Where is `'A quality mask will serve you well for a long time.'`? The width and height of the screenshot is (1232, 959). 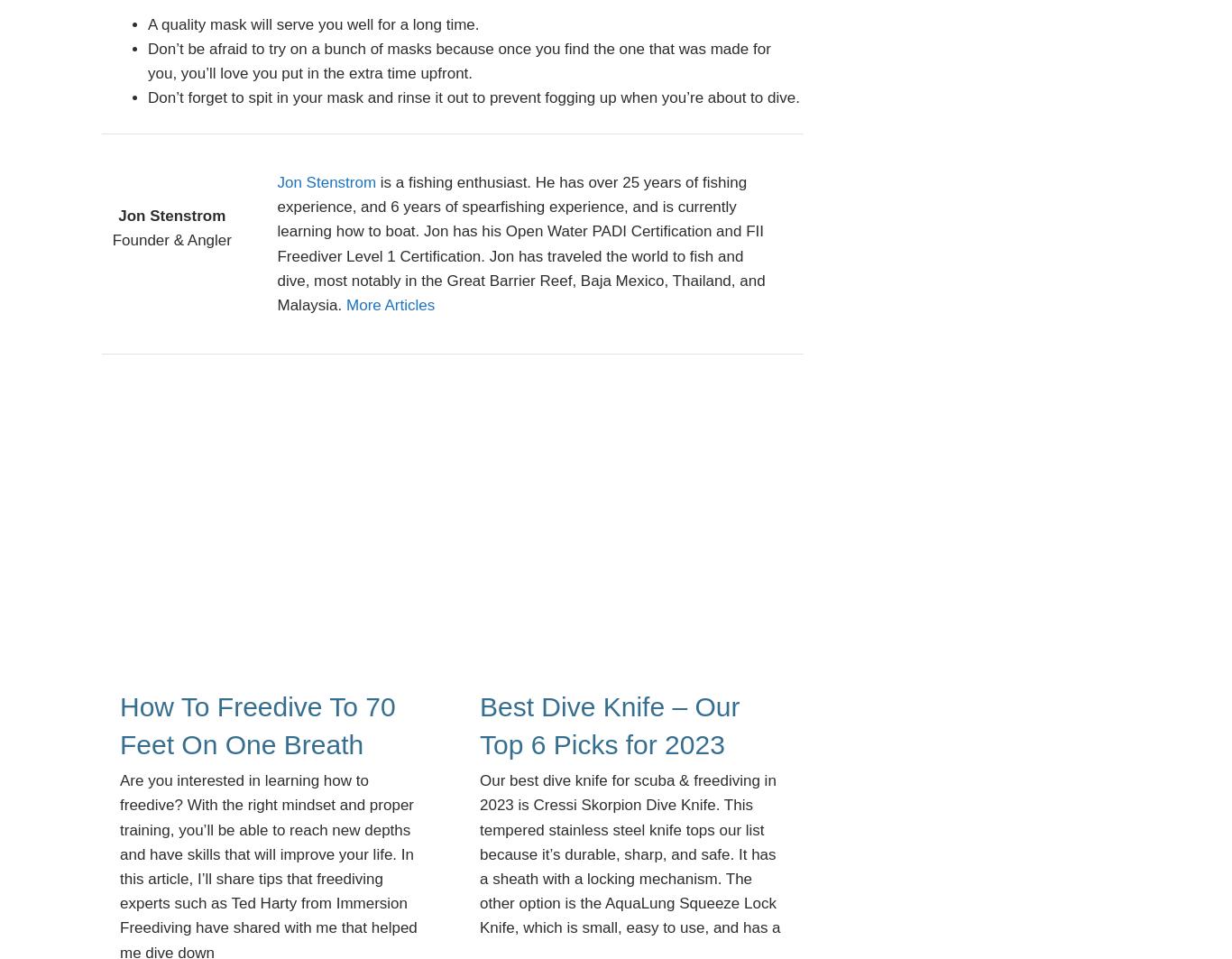 'A quality mask will serve you well for a long time.' is located at coordinates (312, 23).